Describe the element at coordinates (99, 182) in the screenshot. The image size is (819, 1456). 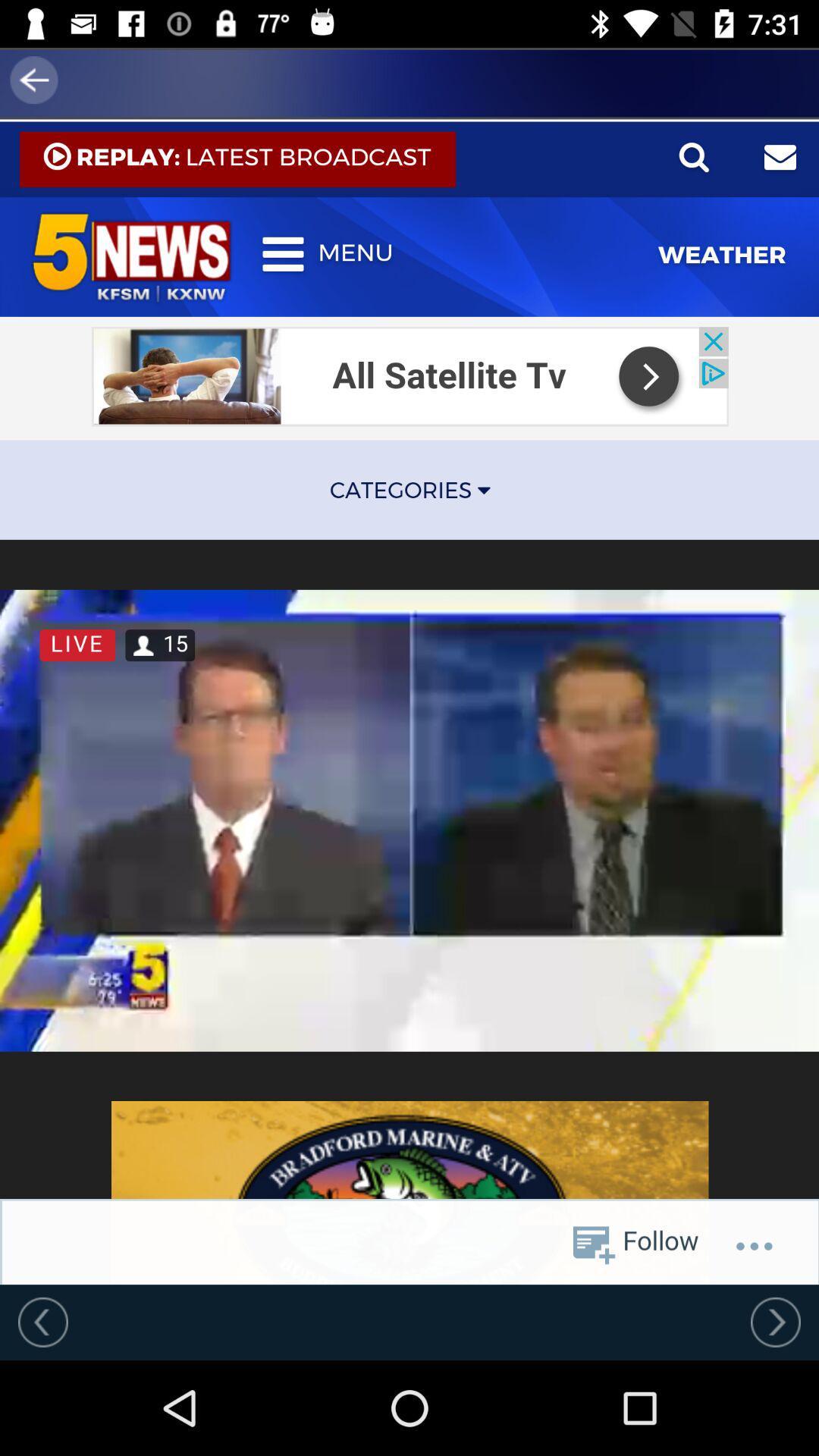
I see `the close icon` at that location.